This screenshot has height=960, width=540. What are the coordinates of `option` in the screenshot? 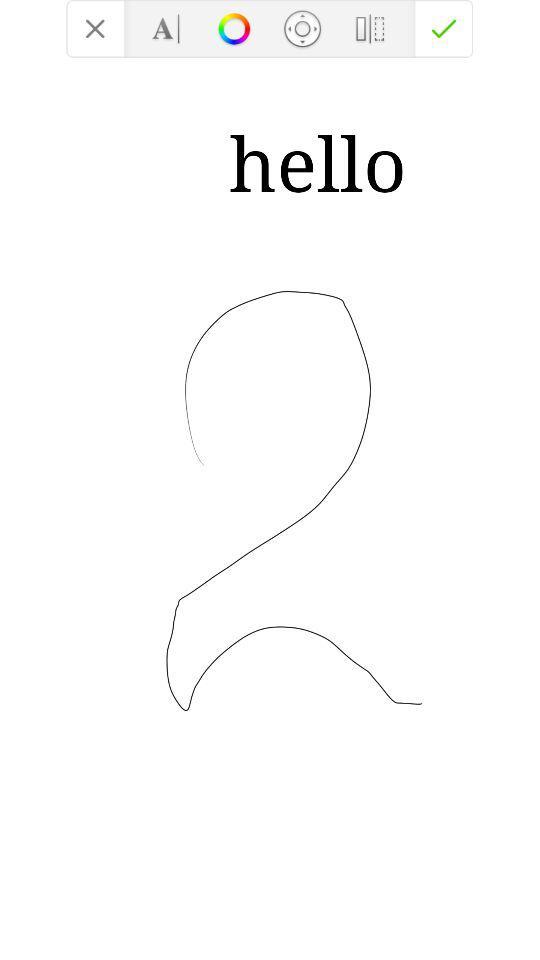 It's located at (94, 27).